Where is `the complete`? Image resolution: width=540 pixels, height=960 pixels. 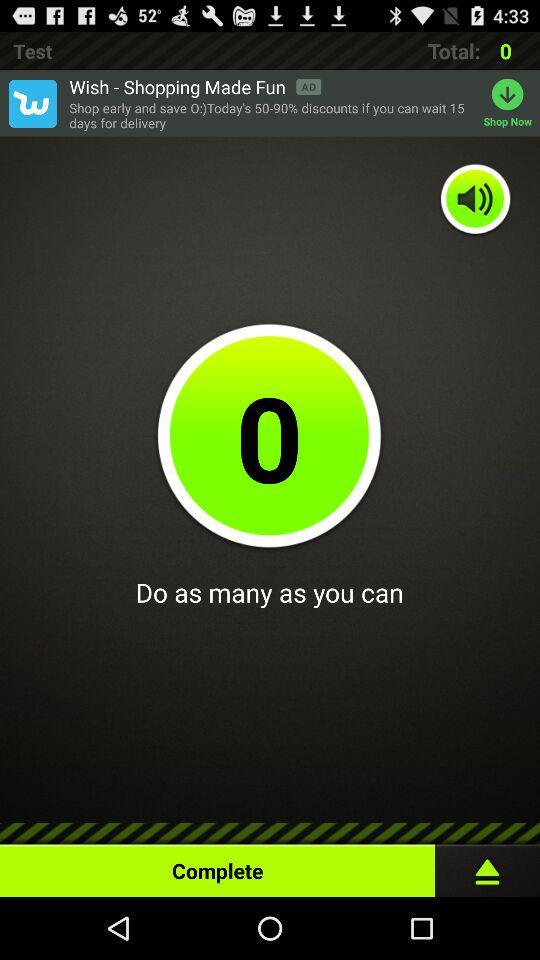
the complete is located at coordinates (216, 865).